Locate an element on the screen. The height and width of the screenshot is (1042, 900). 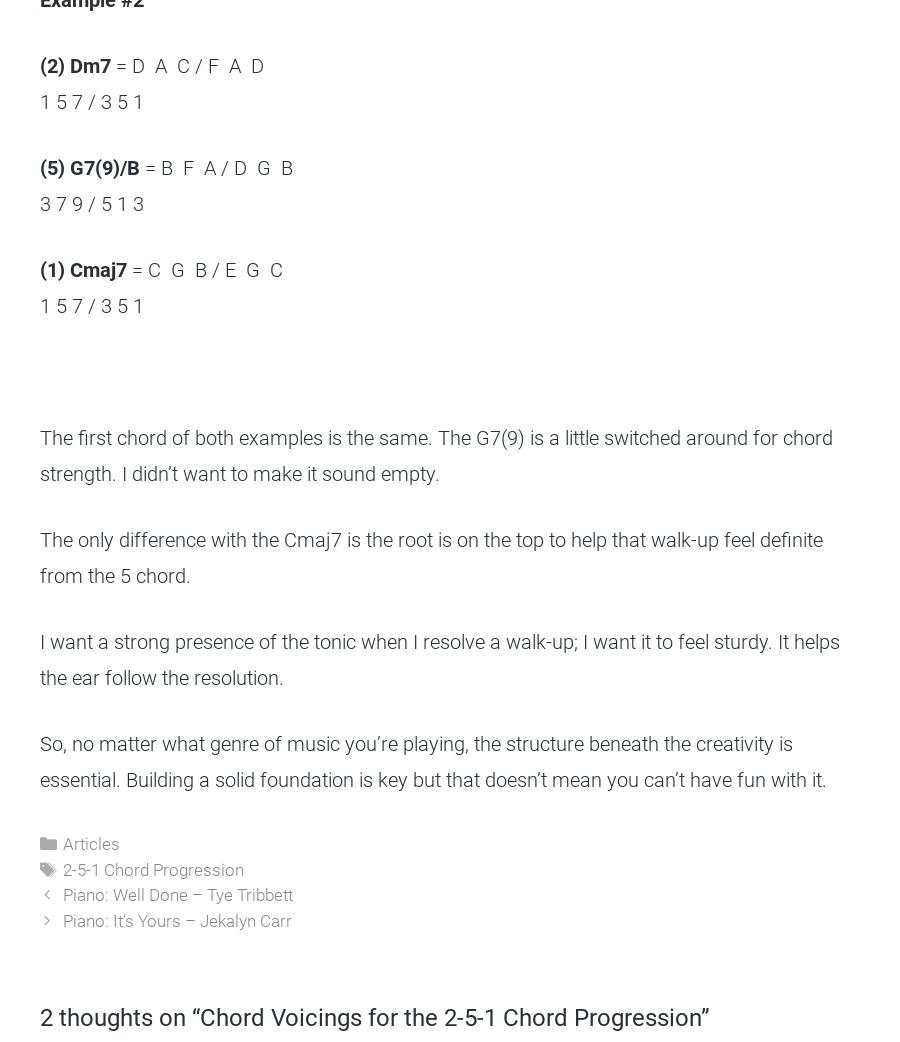
'The only difference with the Cmaj7 is the root is on the top to help that walk-up feel definite from the 5 chord.' is located at coordinates (431, 556).